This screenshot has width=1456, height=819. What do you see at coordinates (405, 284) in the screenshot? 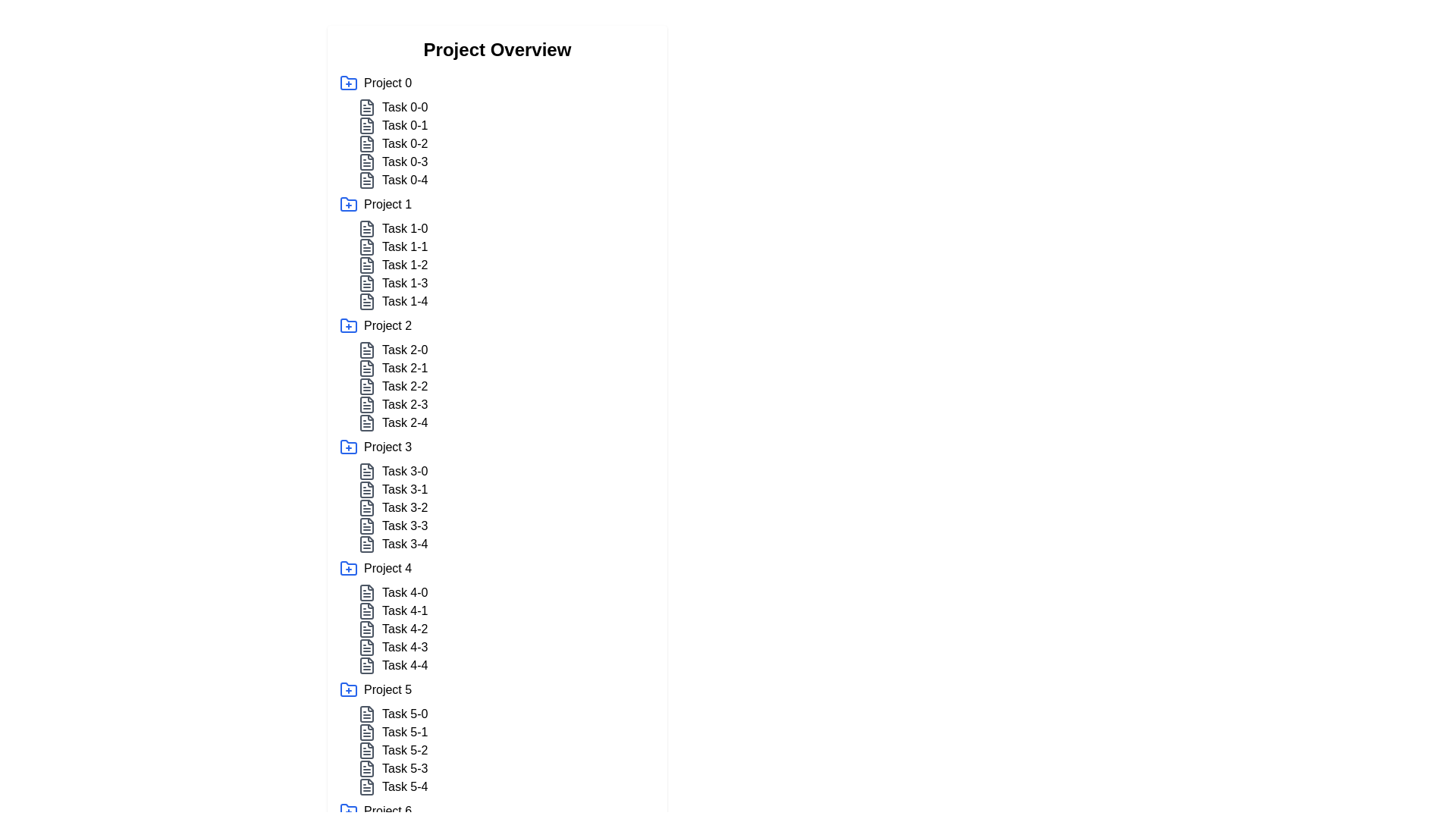
I see `the 'Task 1-3' text label` at bounding box center [405, 284].